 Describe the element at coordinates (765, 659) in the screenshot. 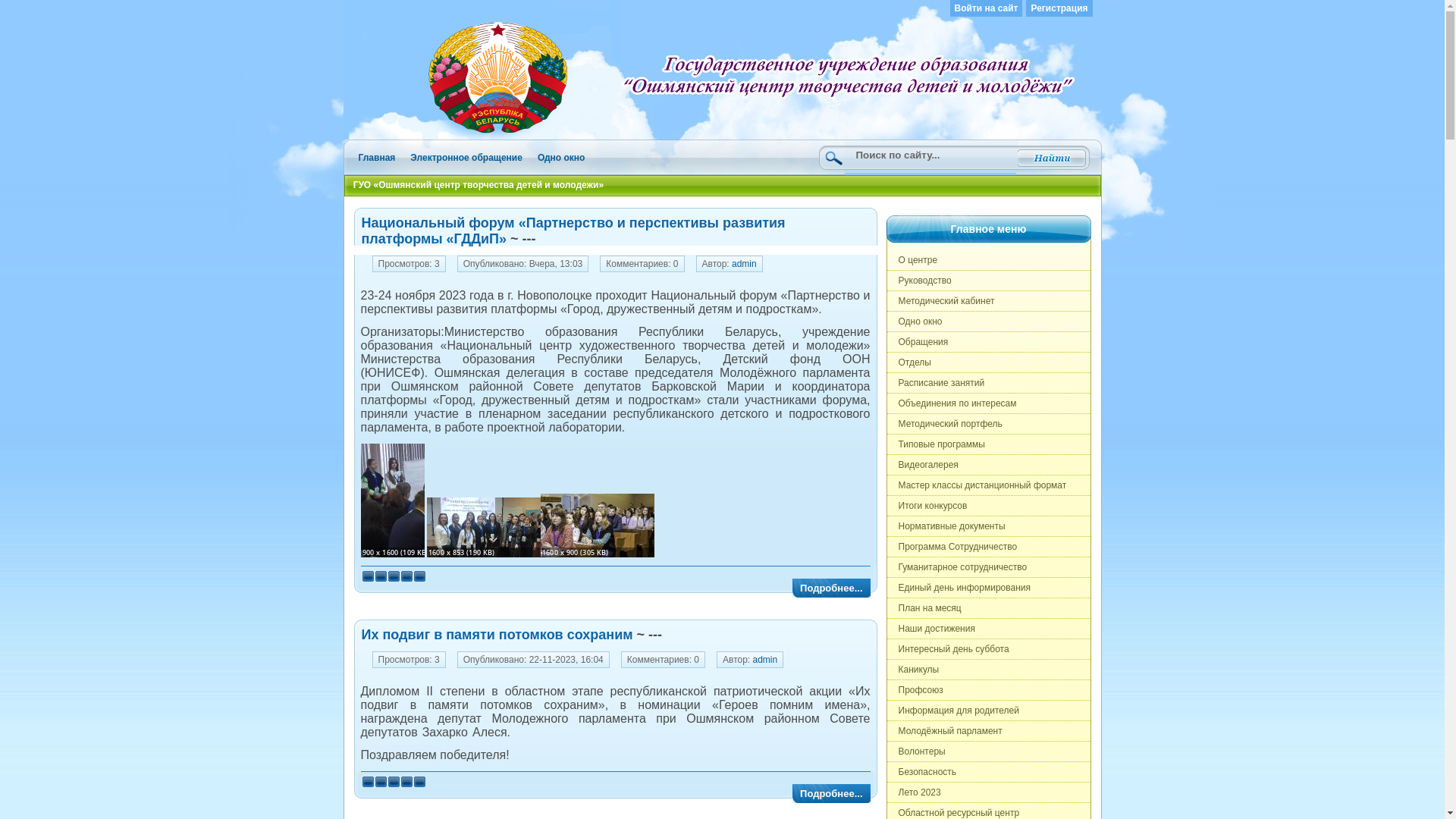

I see `'admin'` at that location.